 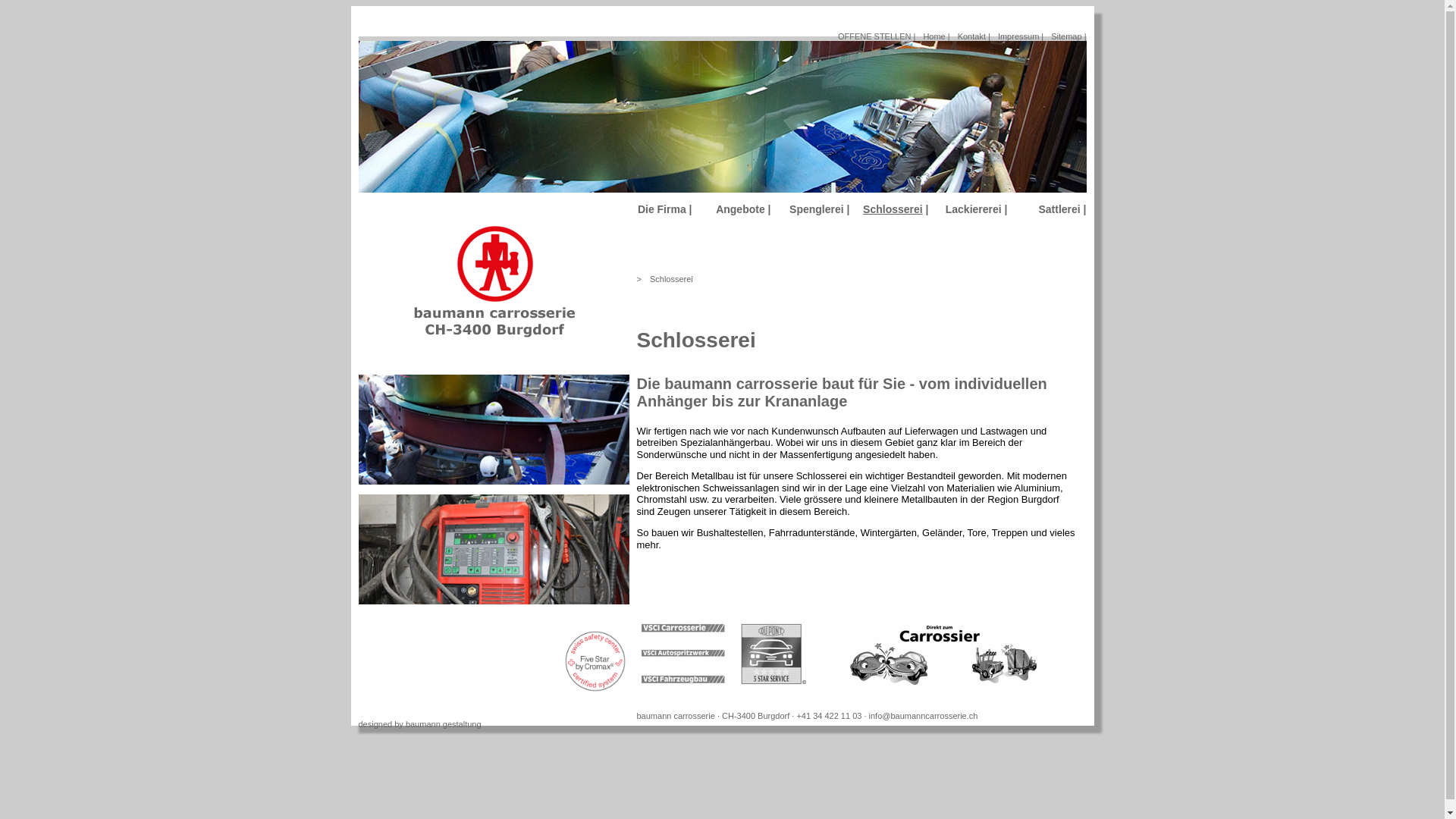 What do you see at coordinates (1058, 209) in the screenshot?
I see `'Sattlerei'` at bounding box center [1058, 209].